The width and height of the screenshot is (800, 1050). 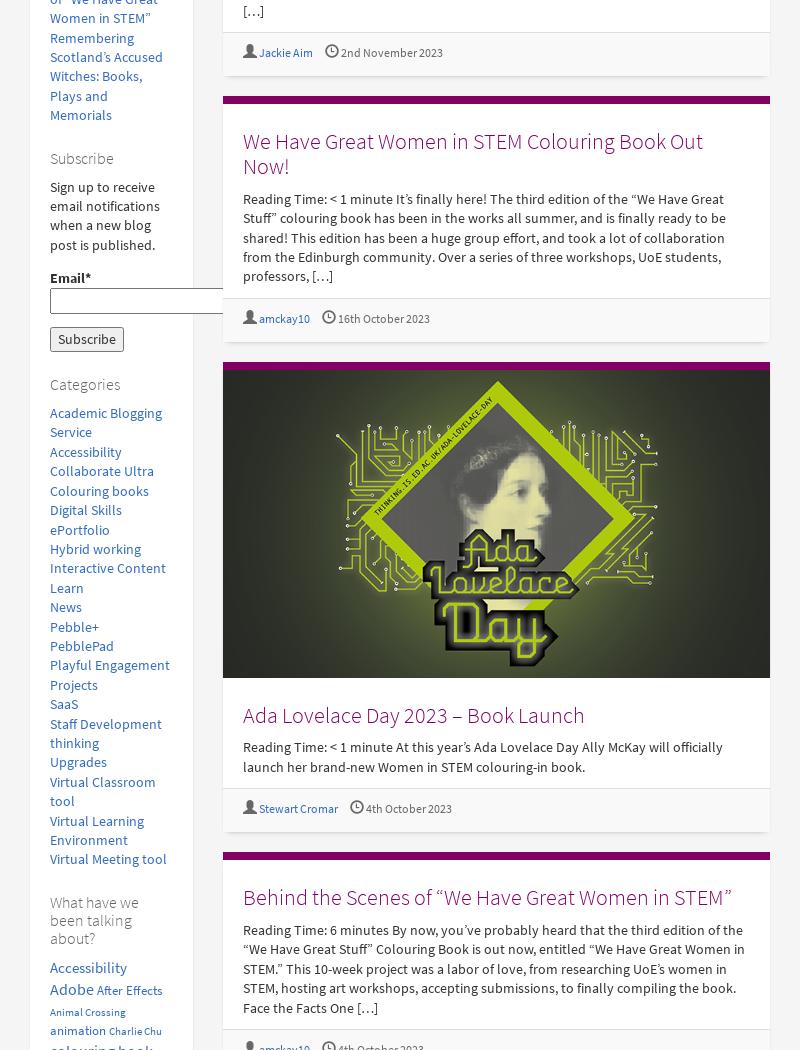 What do you see at coordinates (49, 859) in the screenshot?
I see `'Virtual Meeting tool'` at bounding box center [49, 859].